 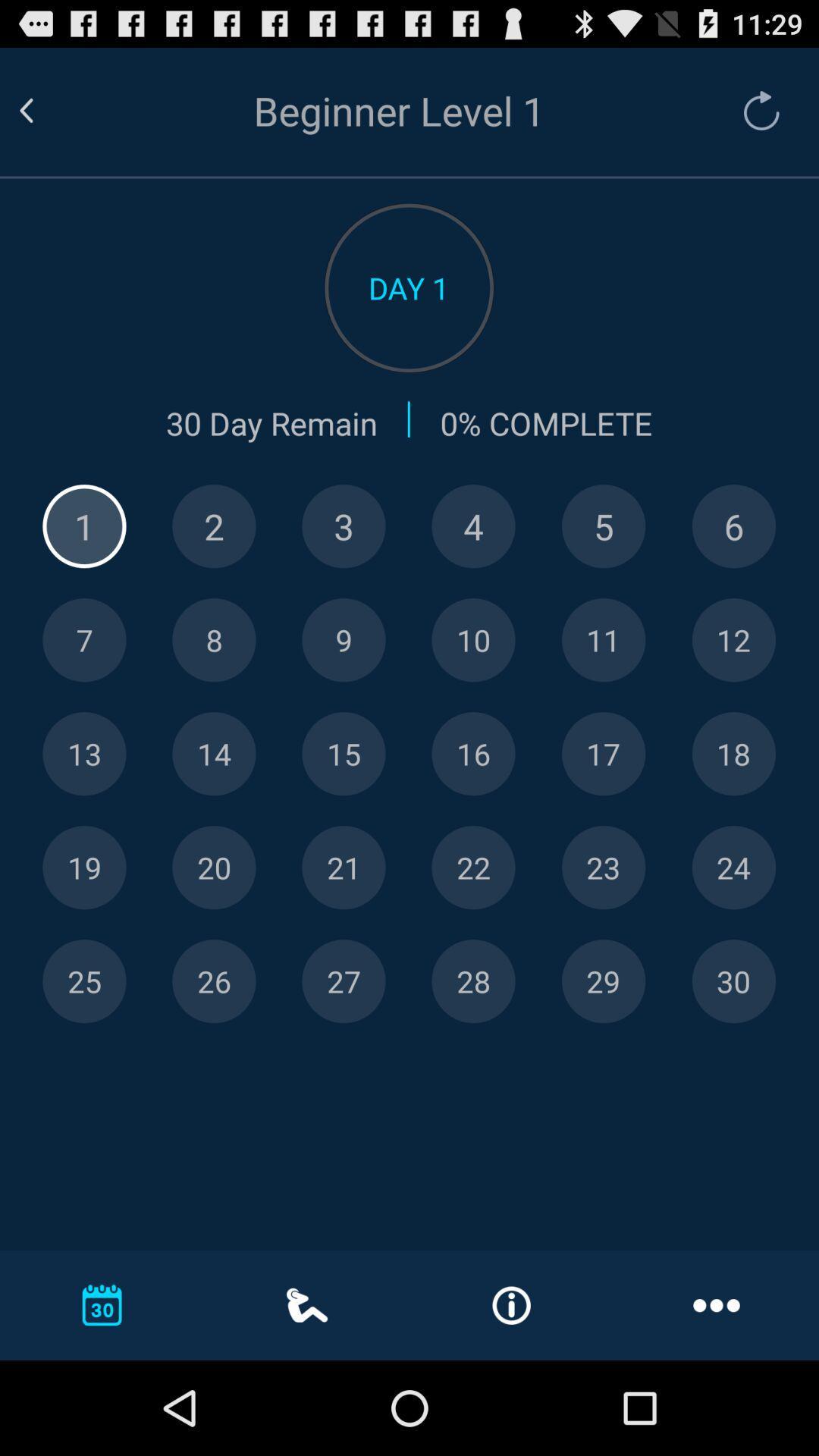 What do you see at coordinates (754, 110) in the screenshot?
I see `refresh` at bounding box center [754, 110].